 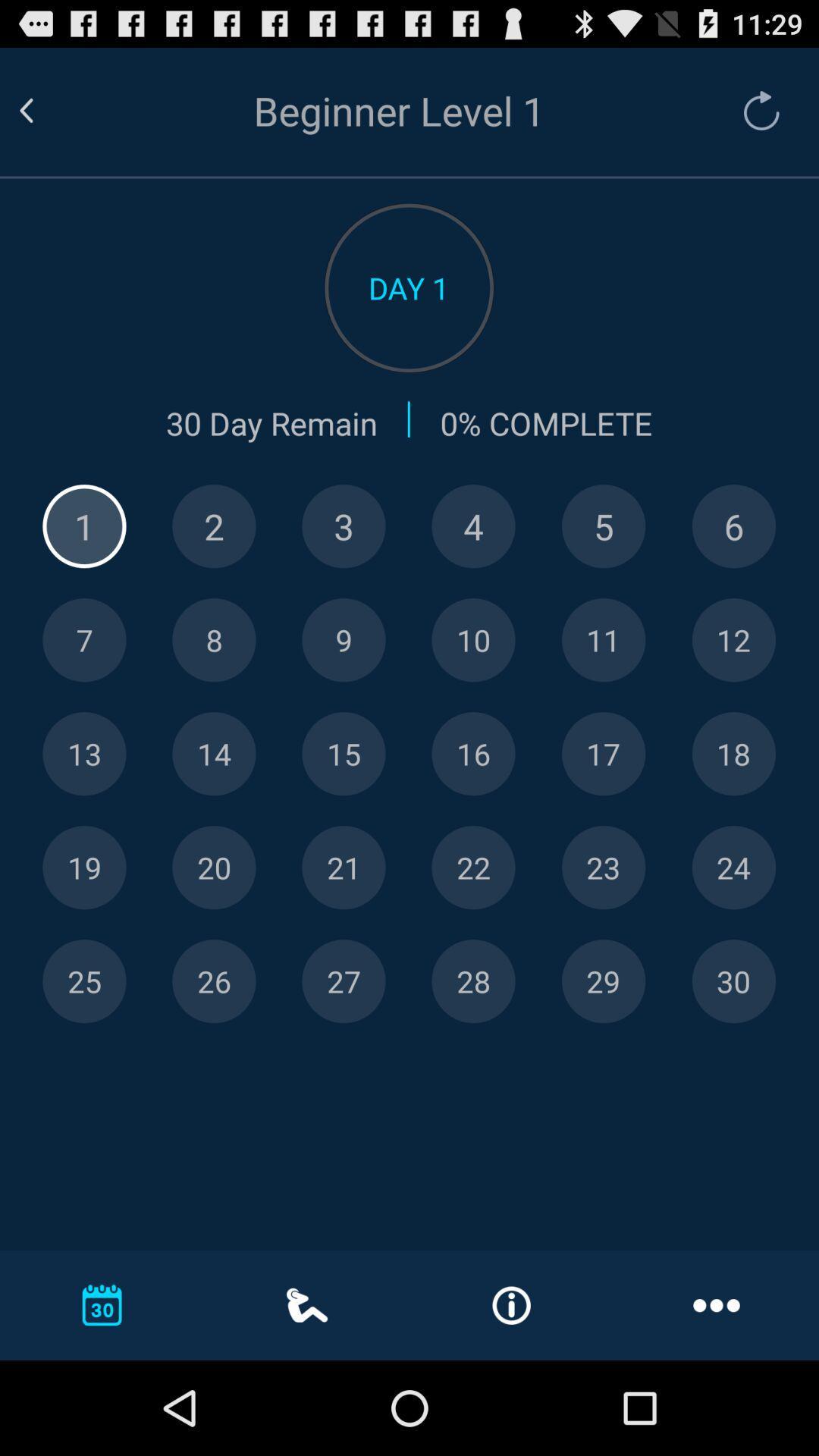 What do you see at coordinates (754, 110) in the screenshot?
I see `refresh` at bounding box center [754, 110].